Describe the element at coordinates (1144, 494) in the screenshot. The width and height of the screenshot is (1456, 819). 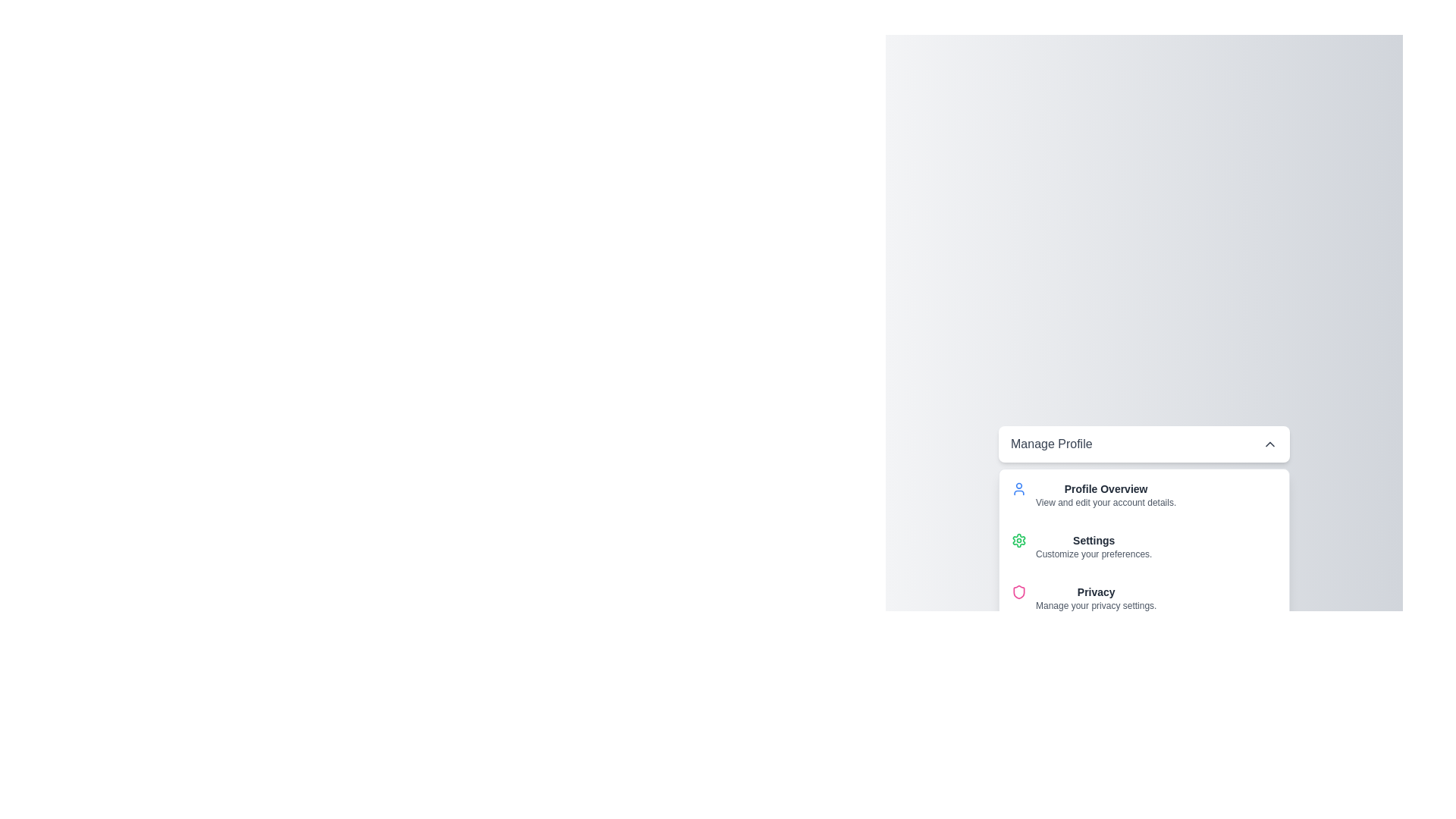
I see `the 'Profile Overview' button located at the top of the 'Manage Profile' section` at that location.